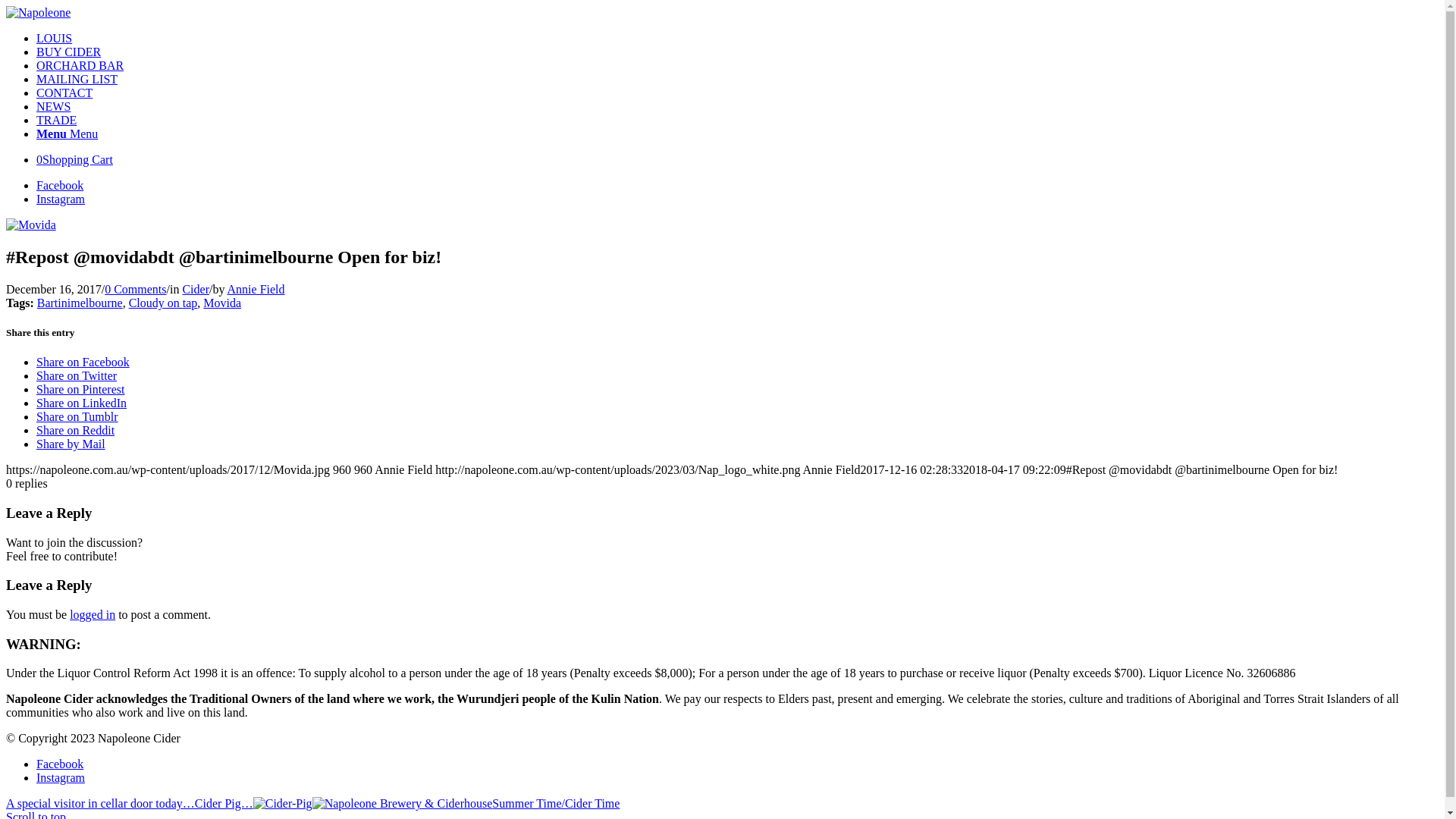  Describe the element at coordinates (36, 79) in the screenshot. I see `'MAILING LIST'` at that location.